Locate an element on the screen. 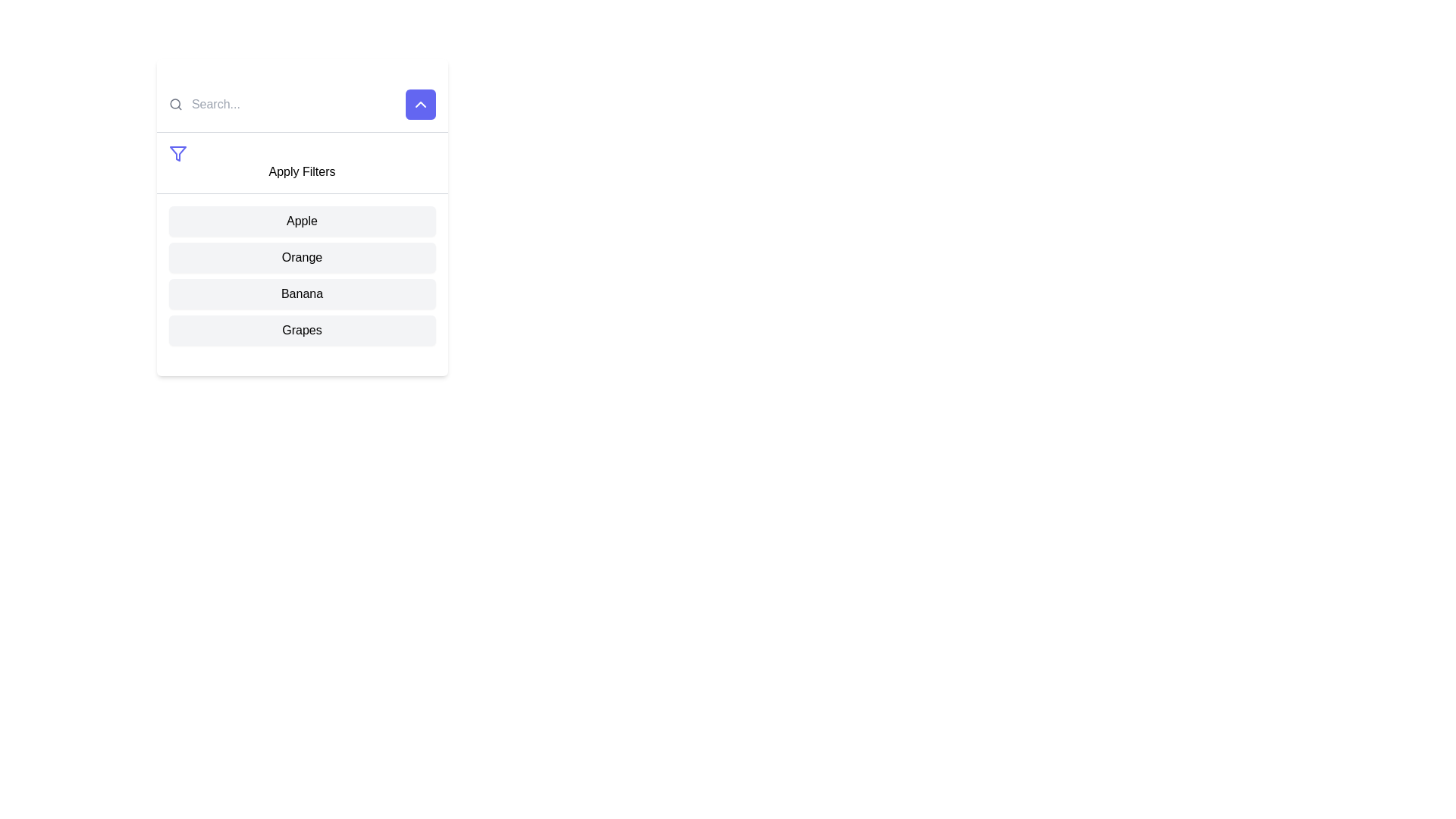 The height and width of the screenshot is (819, 1456). the 'Orange' option in the list is located at coordinates (302, 256).